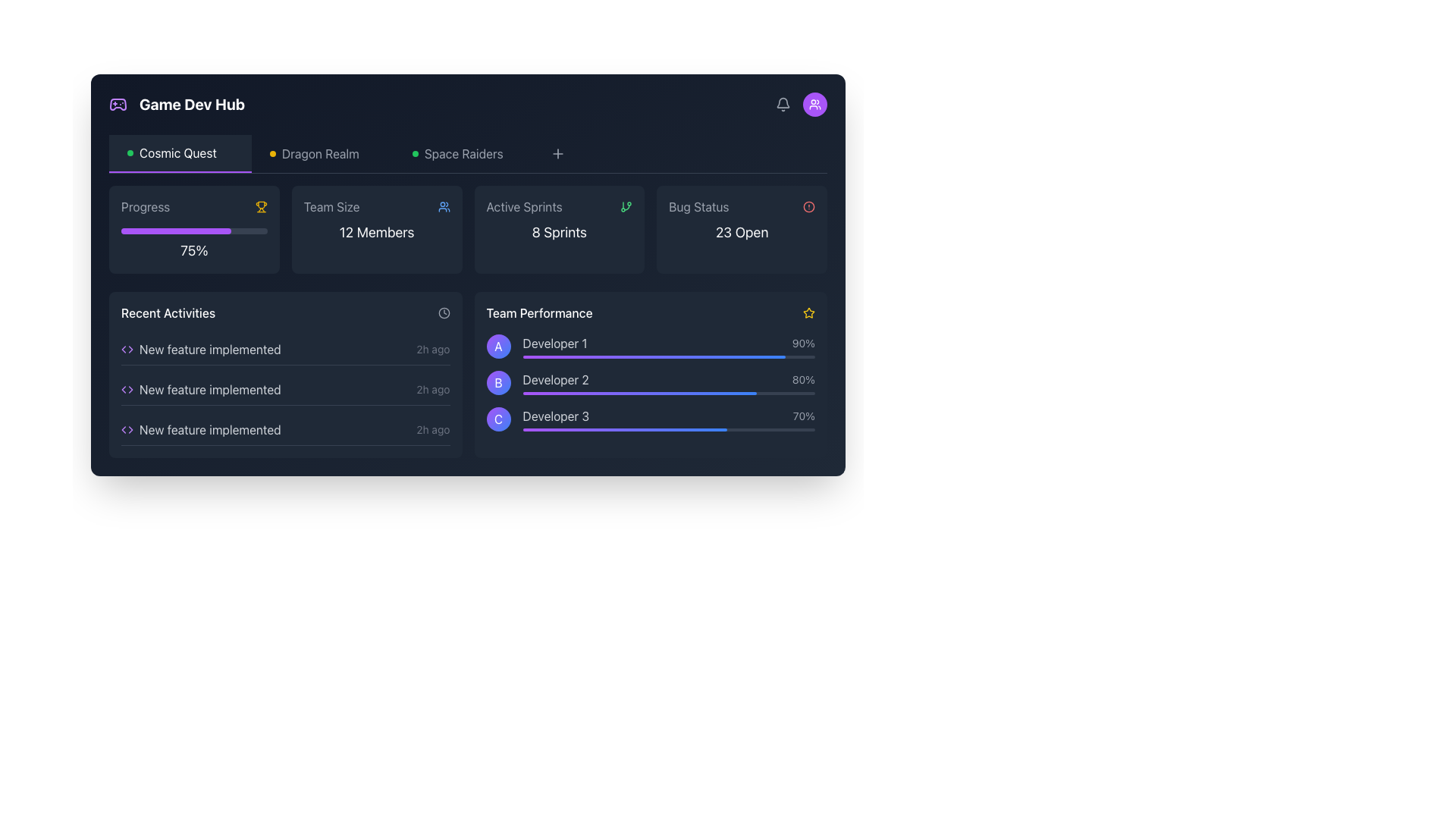  Describe the element at coordinates (331, 207) in the screenshot. I see `the text label describing the team size, which is positioned above '12 Members' and to the left of a blue icon of a group of people` at that location.